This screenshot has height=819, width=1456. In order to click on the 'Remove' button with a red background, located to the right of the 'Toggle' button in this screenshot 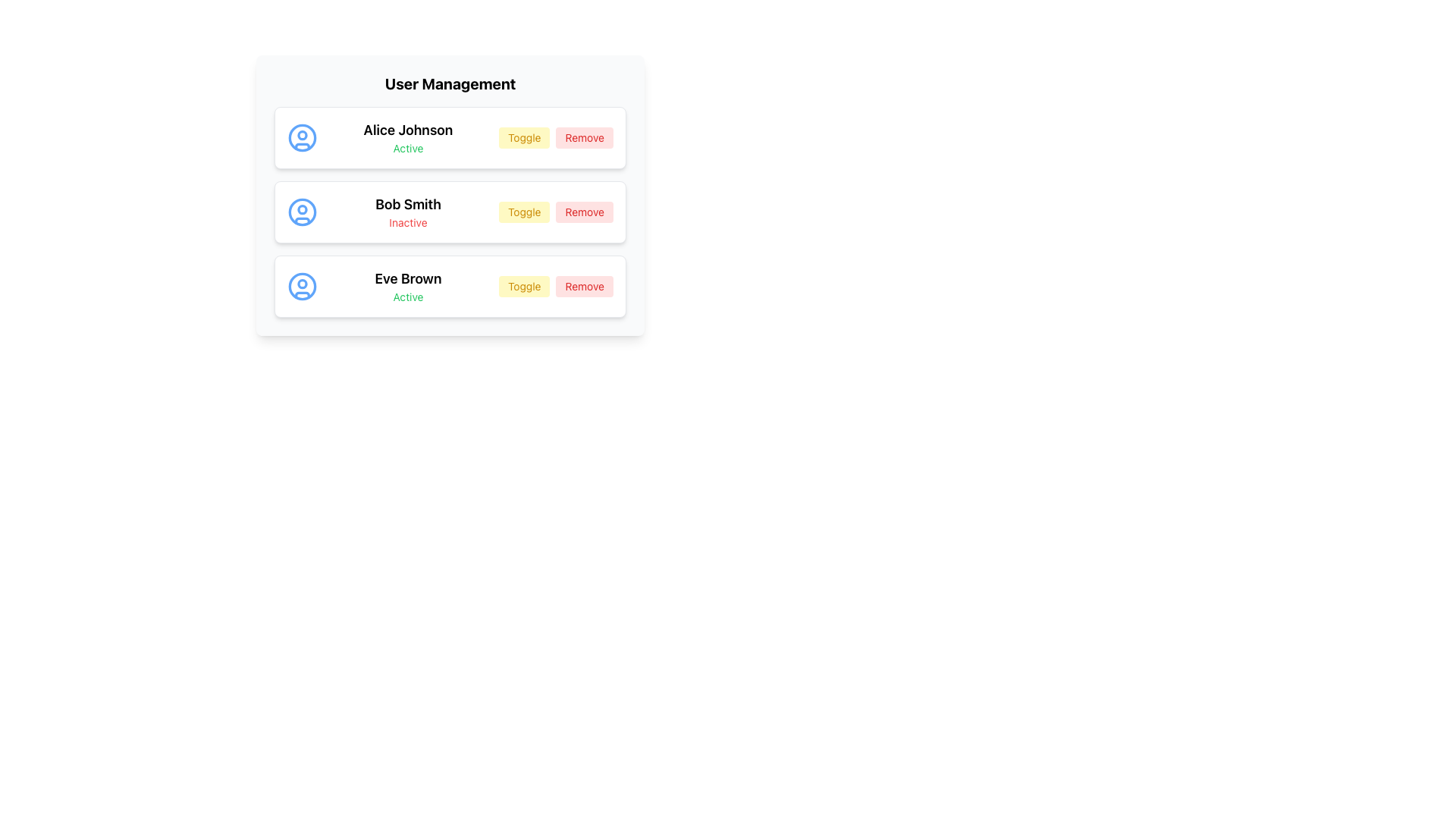, I will do `click(555, 212)`.